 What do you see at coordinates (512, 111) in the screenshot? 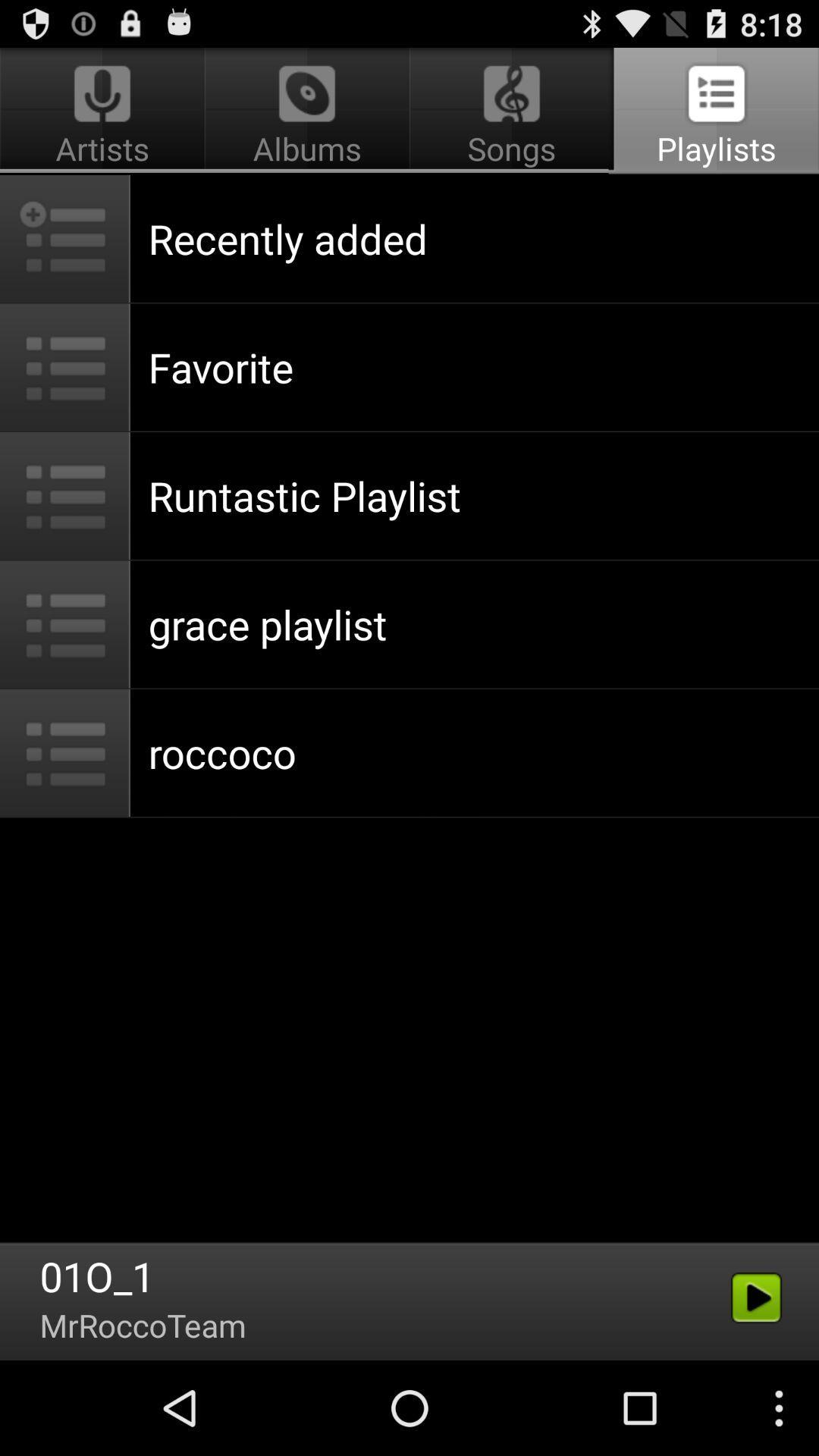
I see `the songs app` at bounding box center [512, 111].